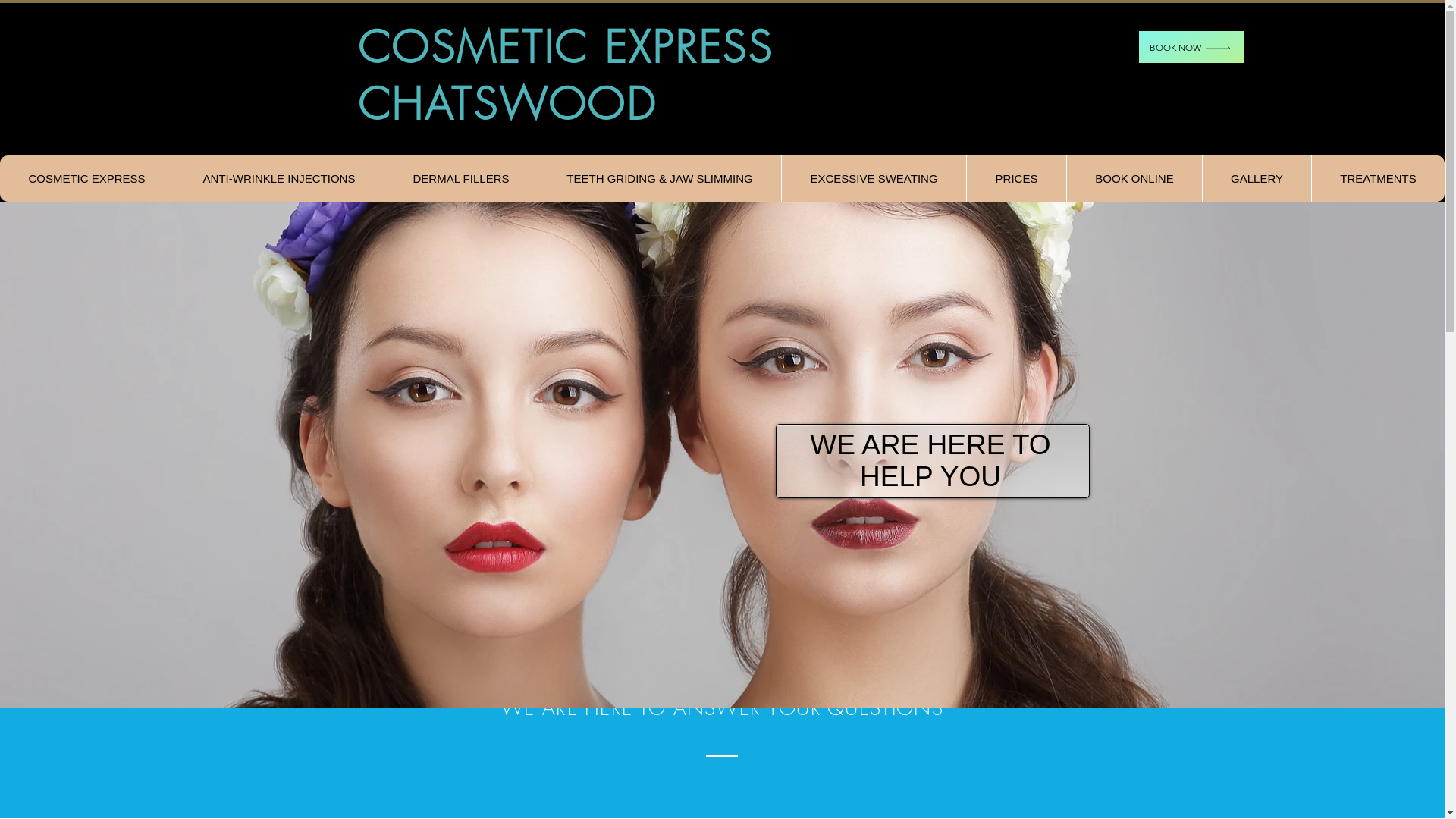 This screenshot has height=819, width=1456. What do you see at coordinates (86, 177) in the screenshot?
I see `'COSMETIC EXPRESS'` at bounding box center [86, 177].